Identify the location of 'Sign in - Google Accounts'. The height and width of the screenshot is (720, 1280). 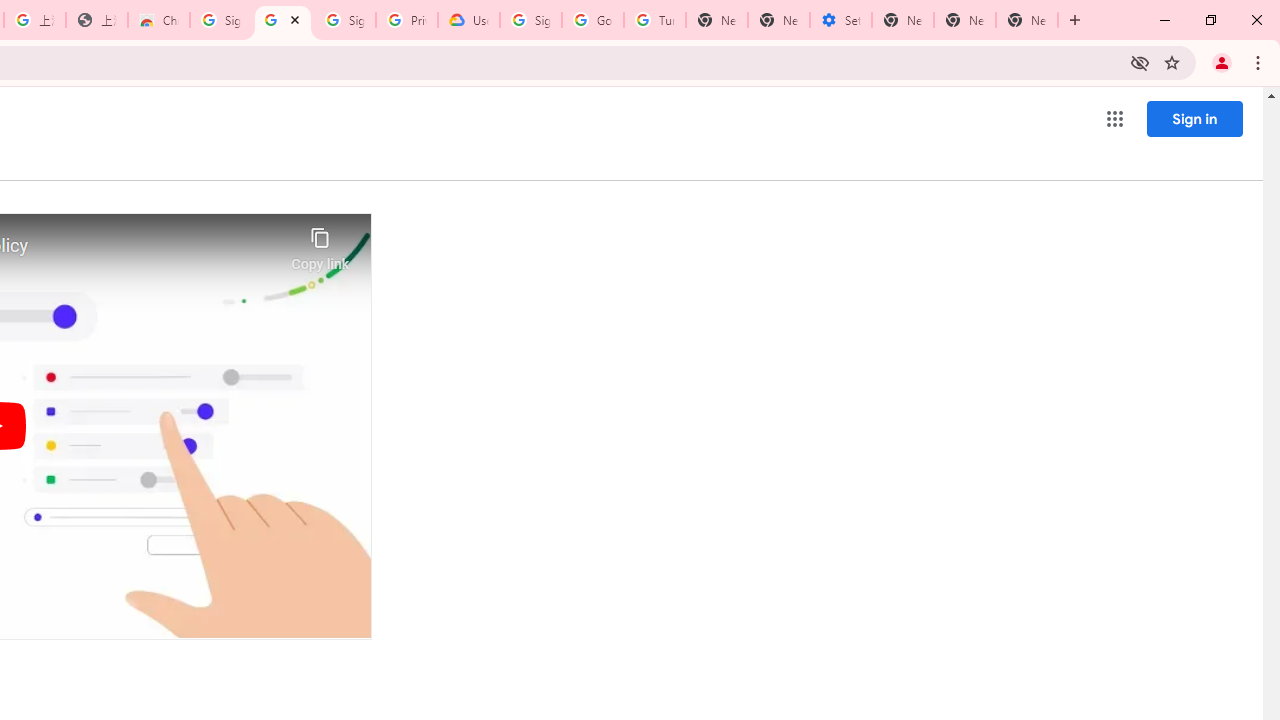
(220, 20).